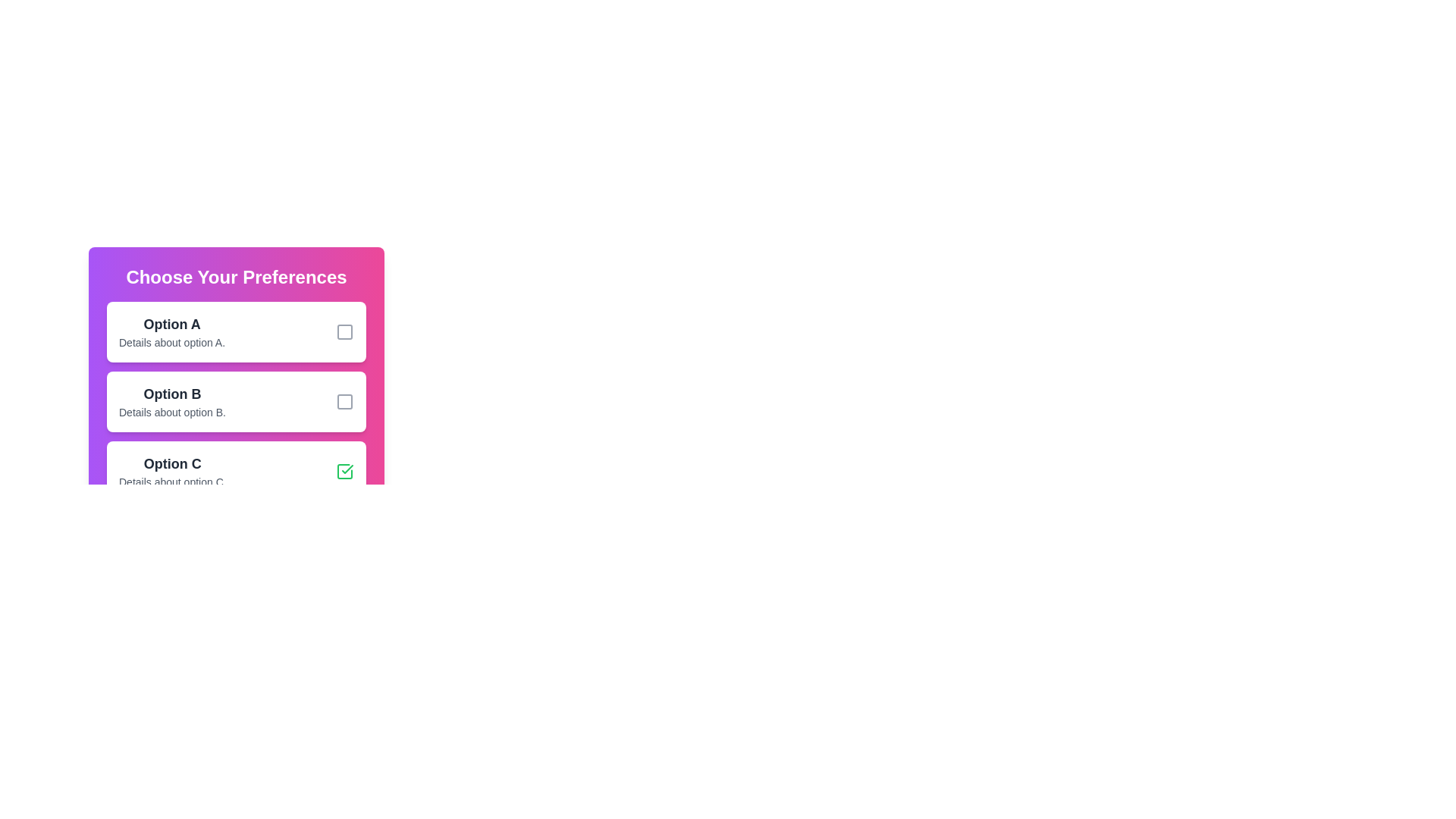 This screenshot has height=819, width=1456. I want to click on the text label reading 'Details about option C.', which is styled in a smaller font size and grayish color, located directly beneath the text 'Option C', so click(172, 482).